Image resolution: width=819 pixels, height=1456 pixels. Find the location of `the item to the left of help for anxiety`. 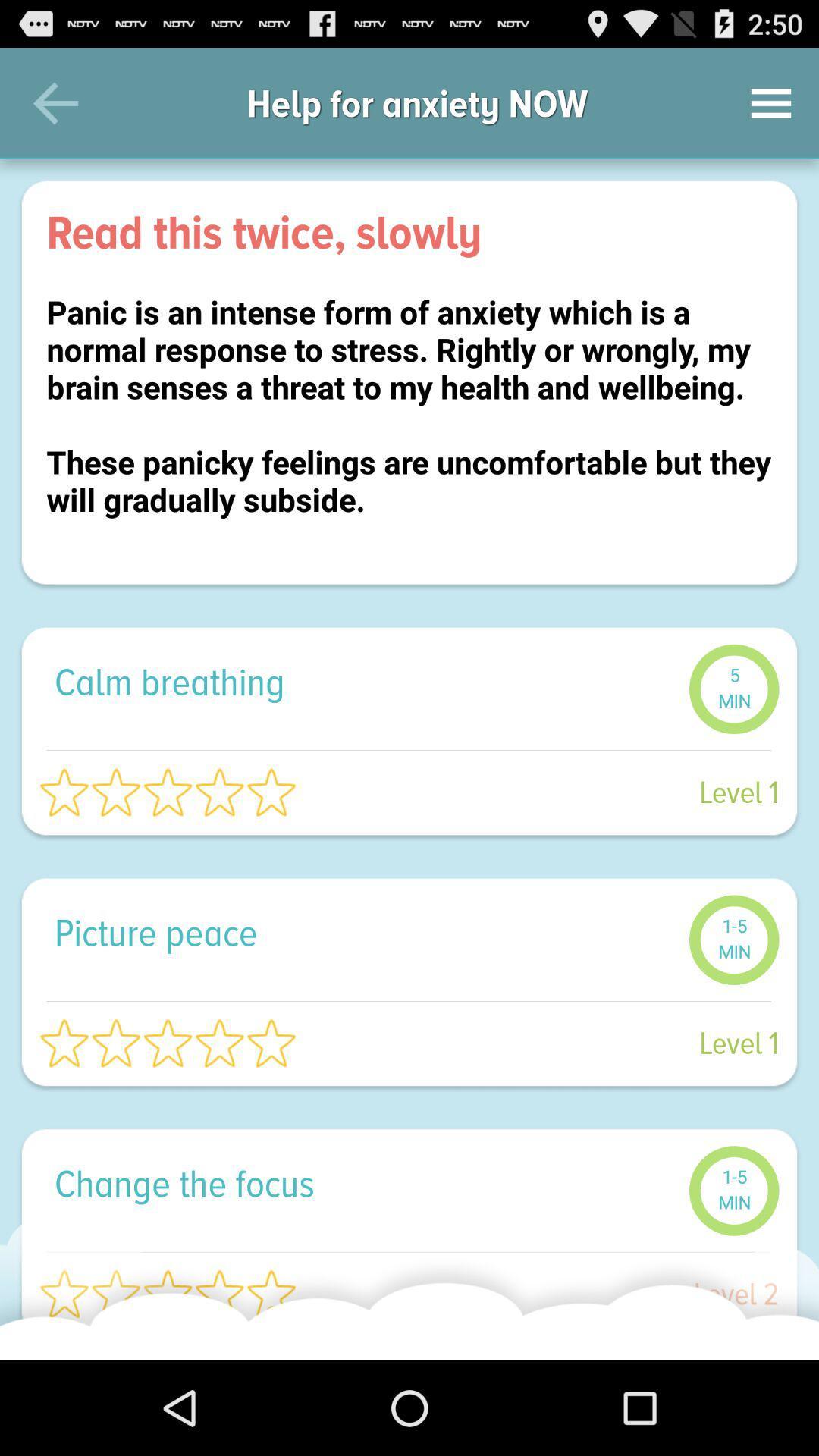

the item to the left of help for anxiety is located at coordinates (55, 102).